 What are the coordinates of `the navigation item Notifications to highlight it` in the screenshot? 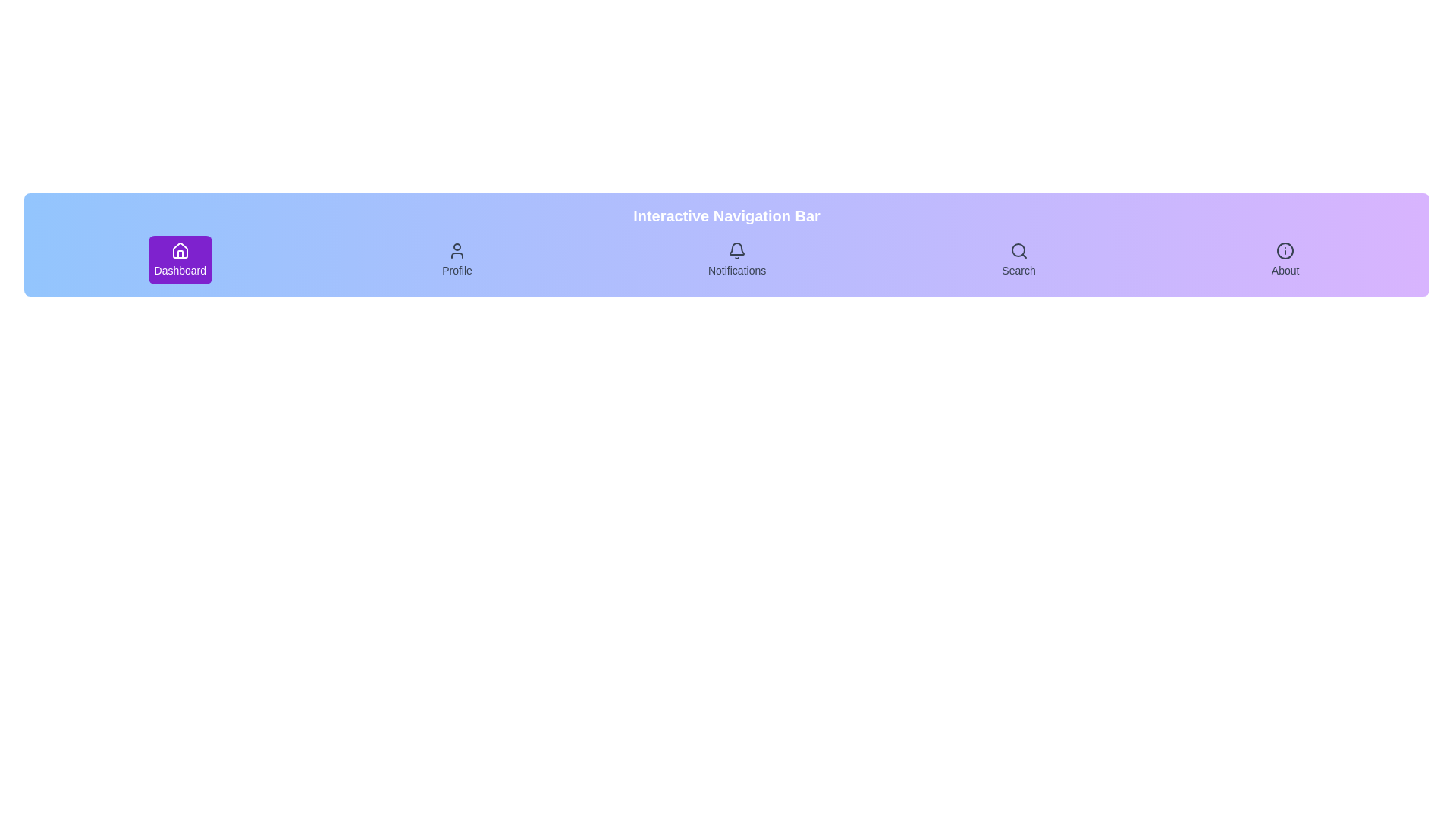 It's located at (737, 259).